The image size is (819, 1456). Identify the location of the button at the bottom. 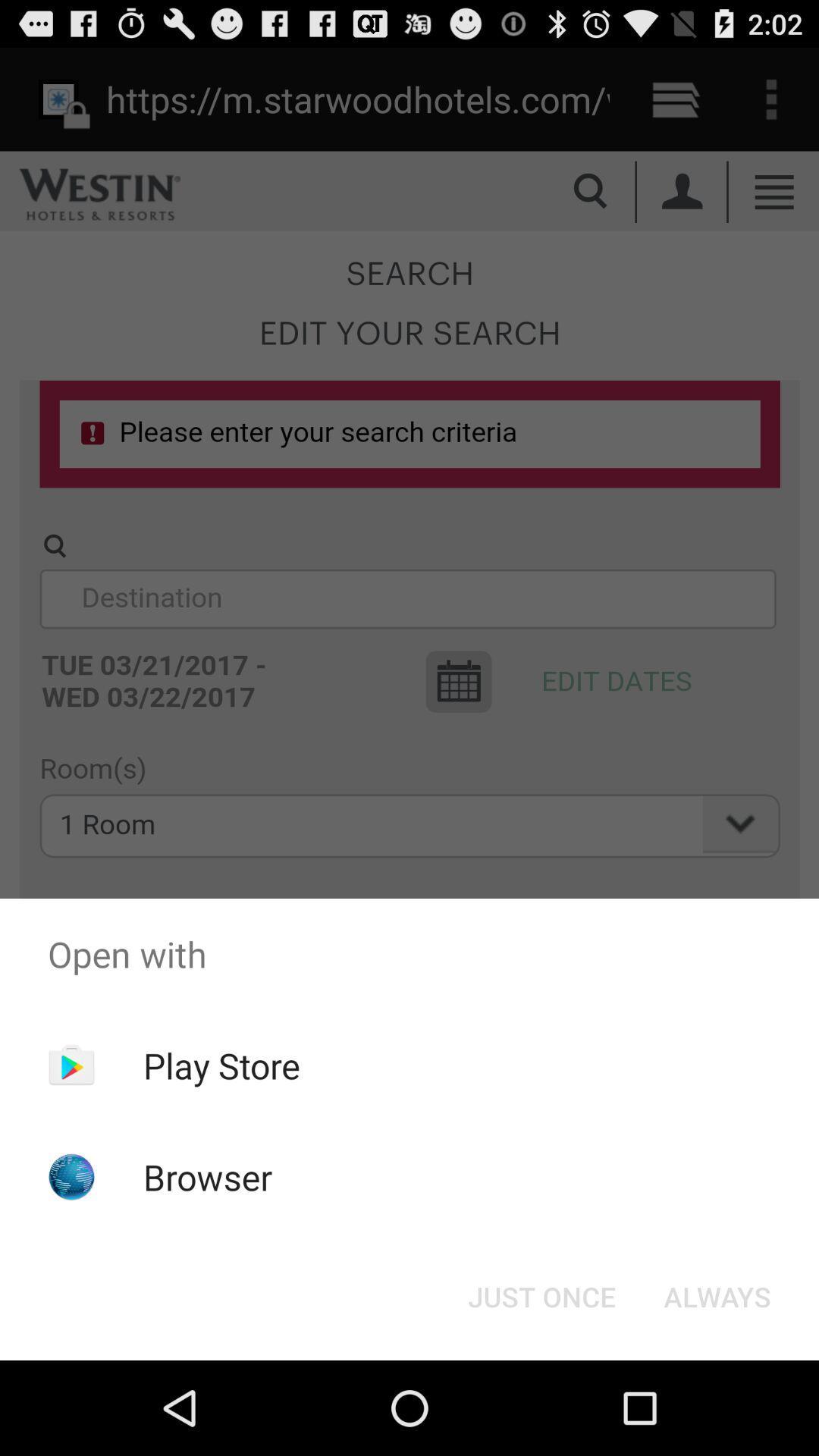
(541, 1295).